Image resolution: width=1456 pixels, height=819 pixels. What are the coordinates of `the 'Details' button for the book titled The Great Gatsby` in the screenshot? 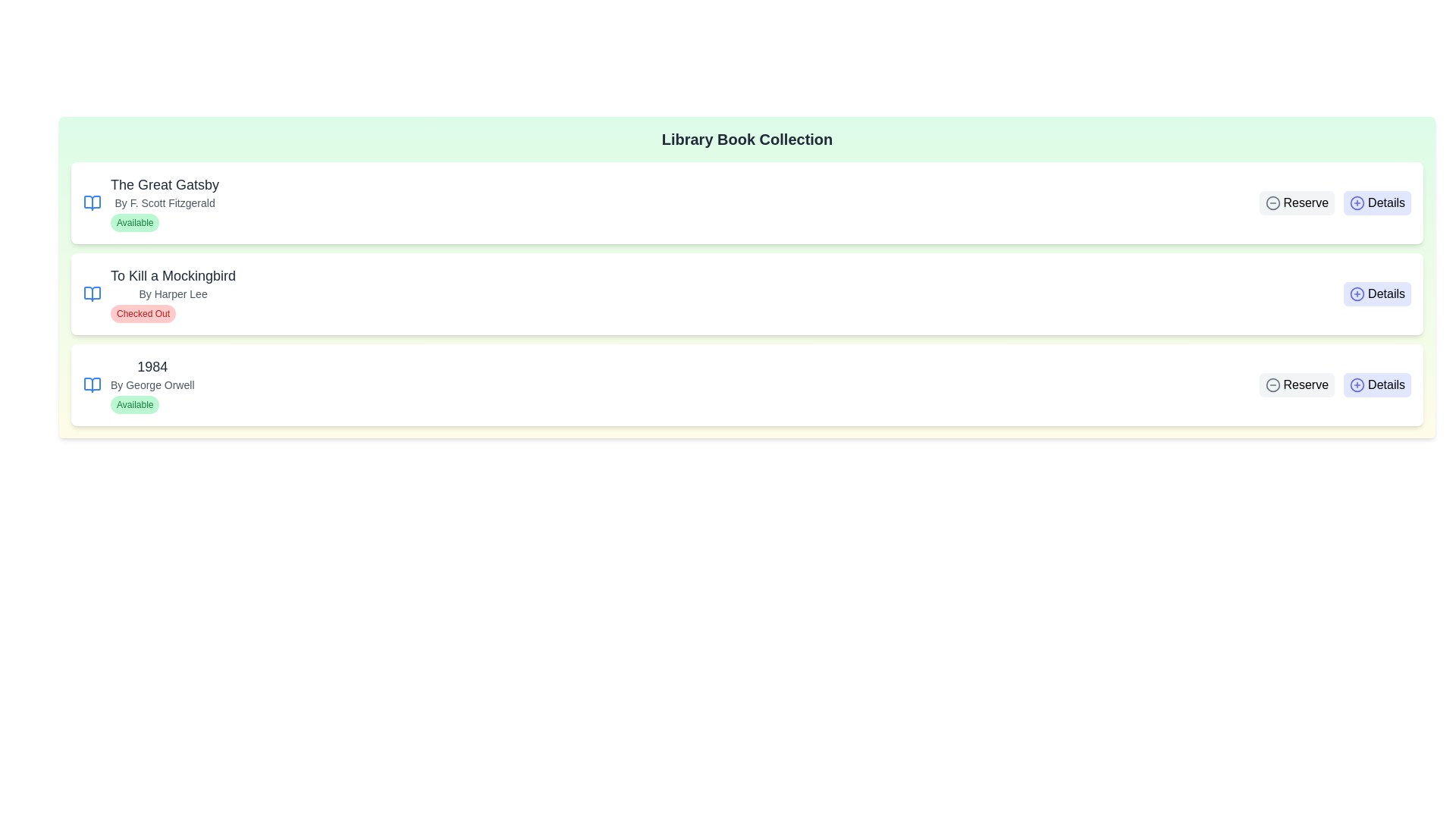 It's located at (1376, 202).